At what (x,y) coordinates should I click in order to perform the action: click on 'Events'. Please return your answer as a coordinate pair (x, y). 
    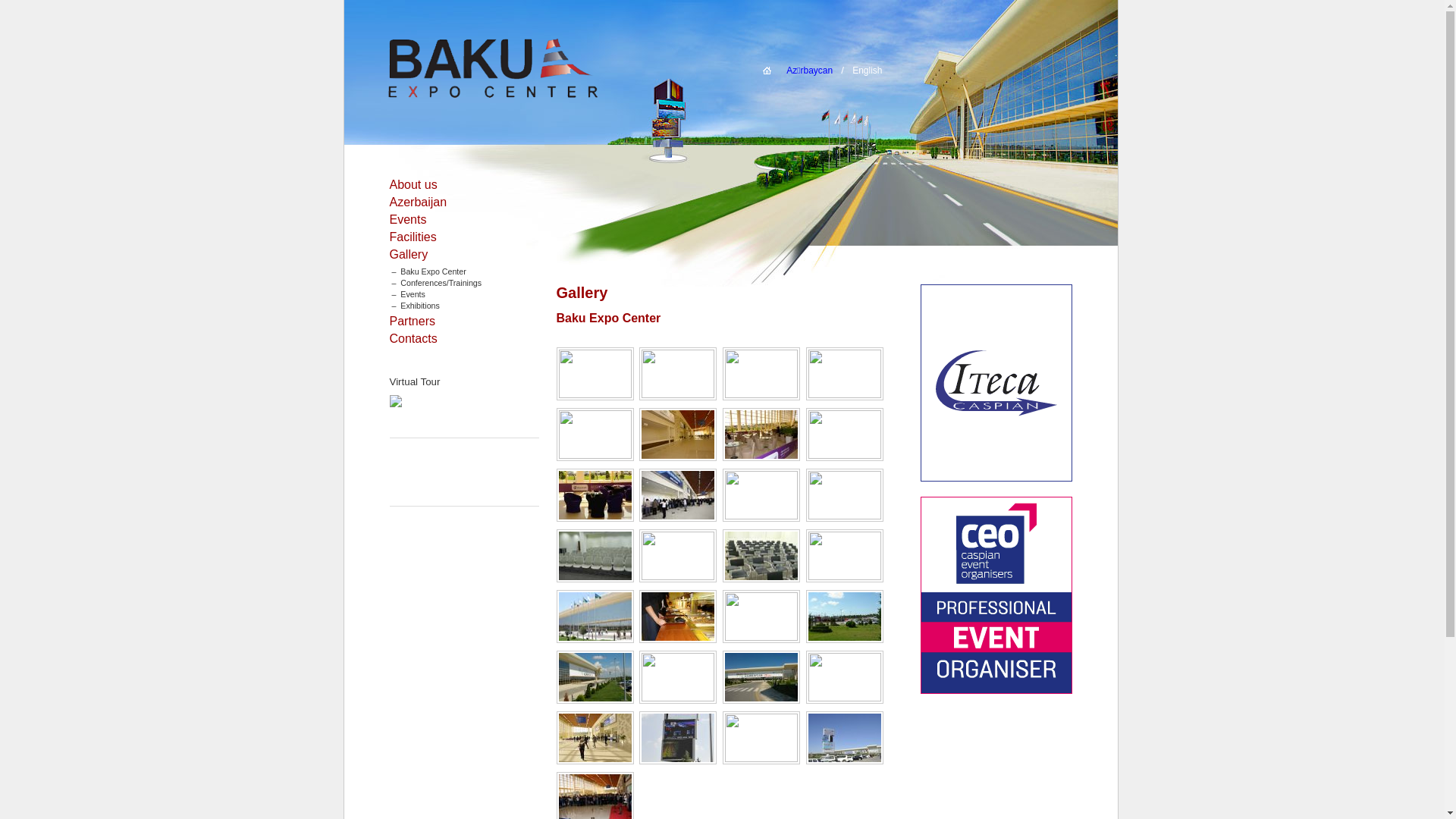
    Looking at the image, I should click on (408, 219).